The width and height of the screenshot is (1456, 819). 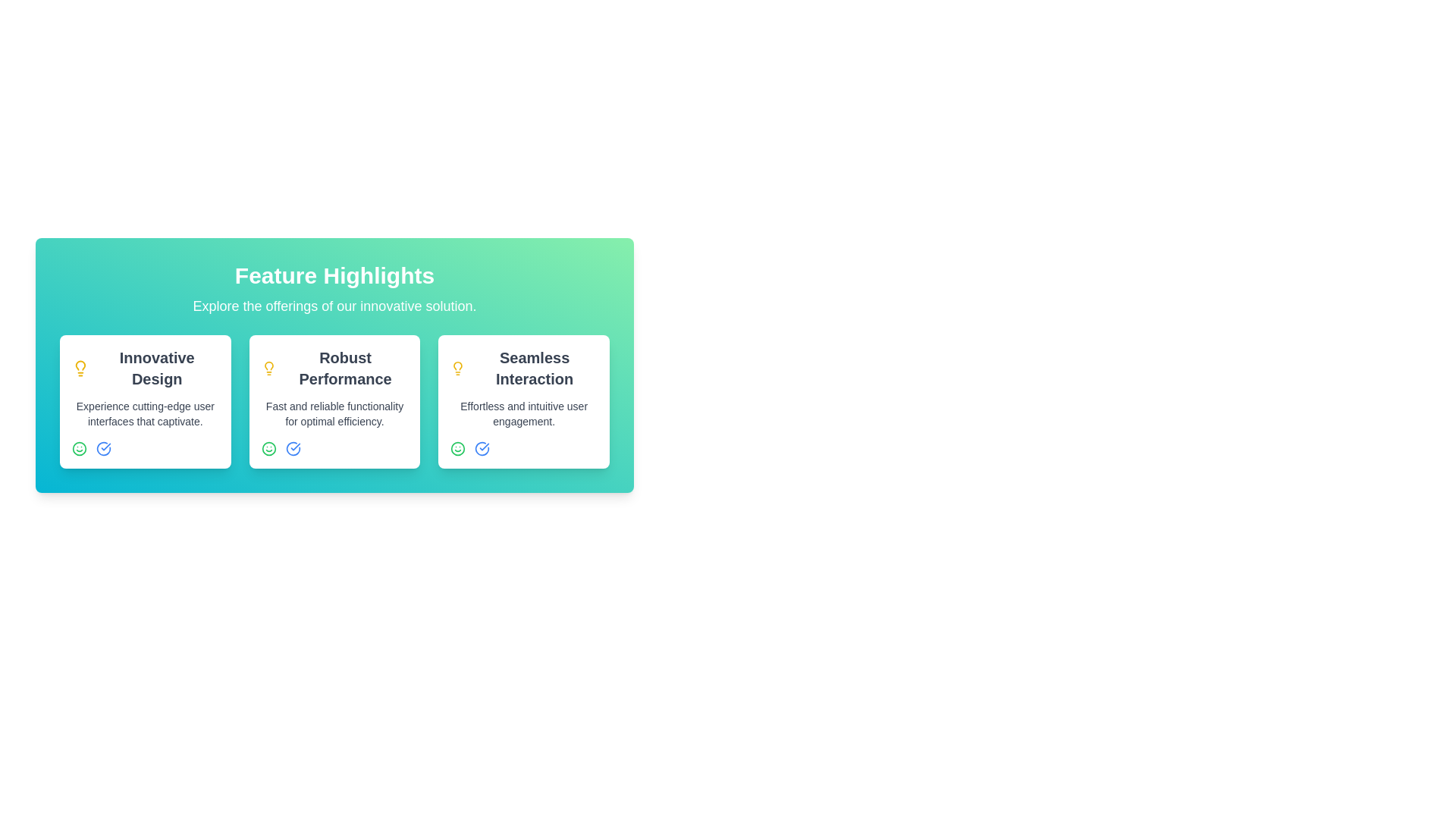 What do you see at coordinates (334, 414) in the screenshot?
I see `the informational text element that provides insight into the 'Robust Performance' feature, located as the second line of text in the middle card titled 'Robust Performance'` at bounding box center [334, 414].